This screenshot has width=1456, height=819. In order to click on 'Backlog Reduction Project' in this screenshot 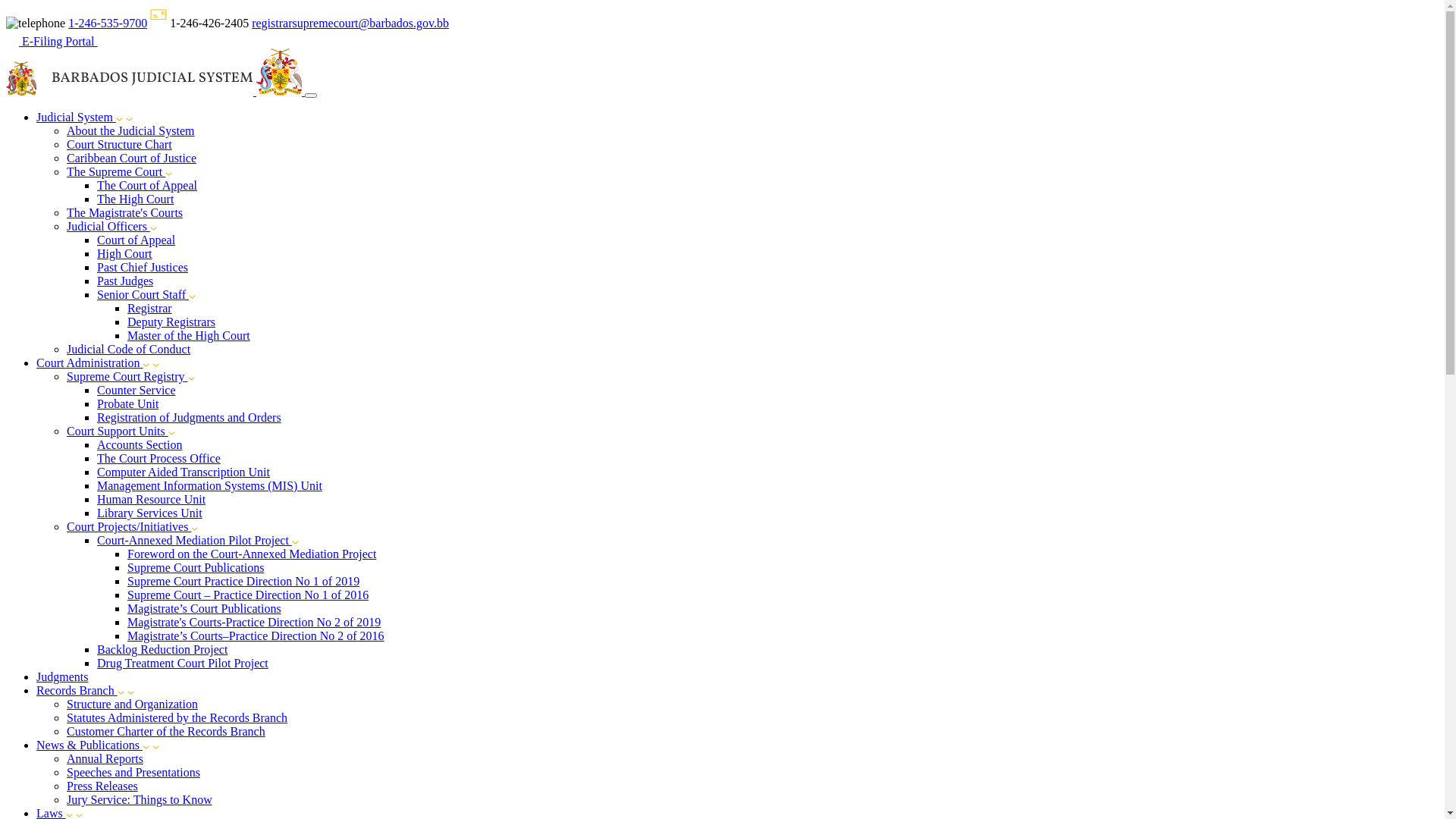, I will do `click(162, 648)`.